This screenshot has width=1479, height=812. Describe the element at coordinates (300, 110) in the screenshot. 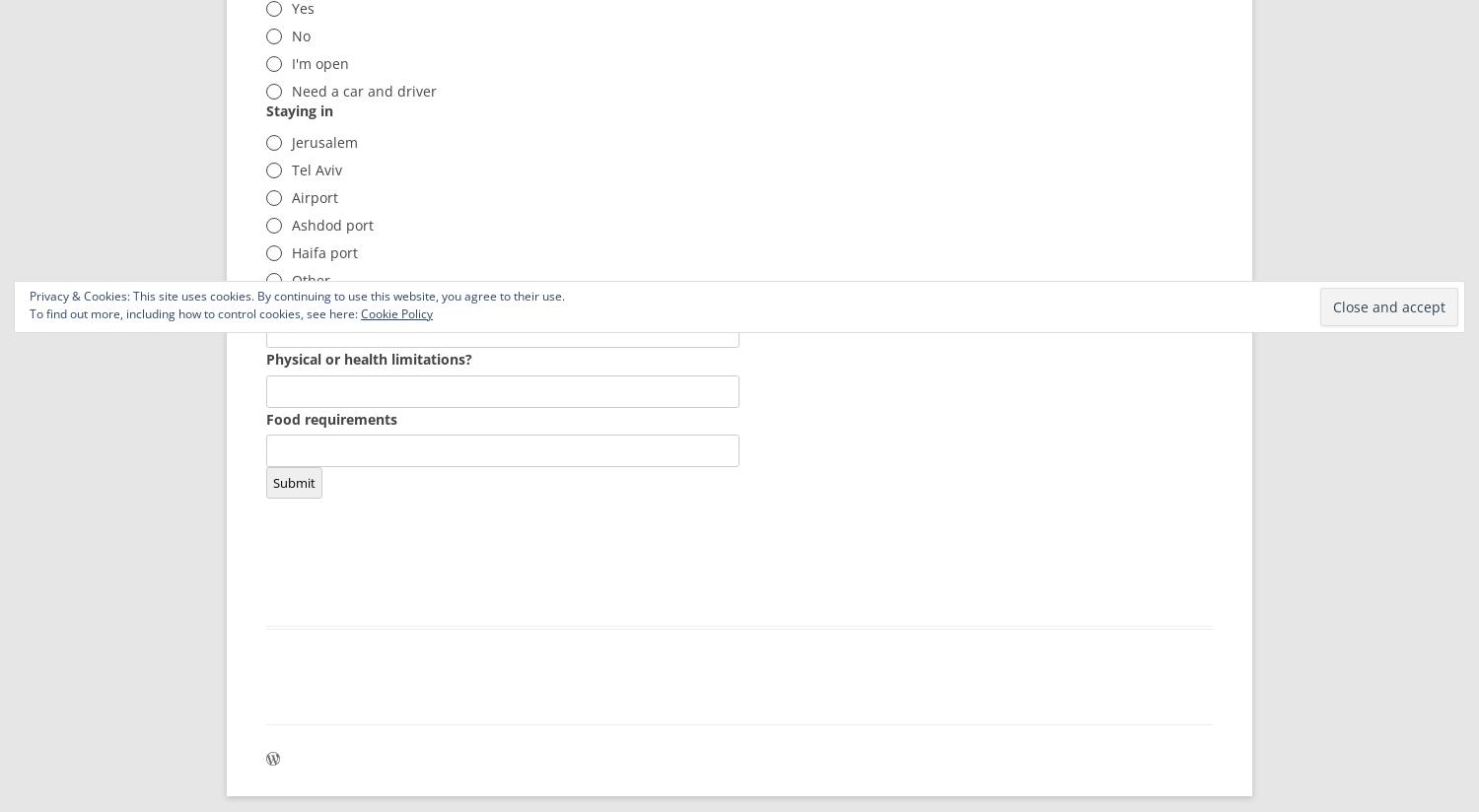

I see `'Staying in'` at that location.